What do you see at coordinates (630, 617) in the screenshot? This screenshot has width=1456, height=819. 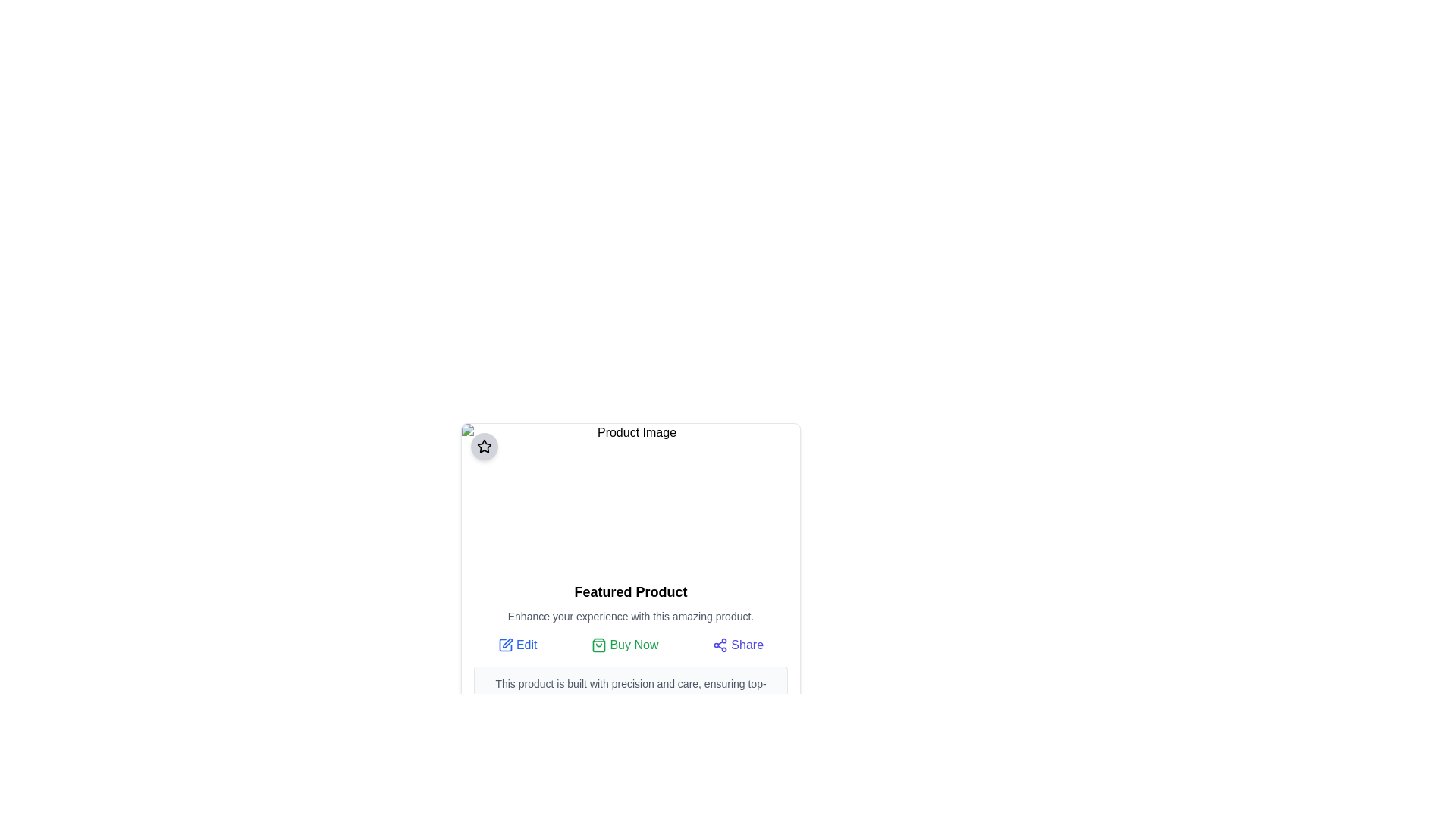 I see `the text block that reads 'Enhance your experience with this amazing product.', which is styled with a small gray font and positioned below the heading 'Featured Product'` at bounding box center [630, 617].